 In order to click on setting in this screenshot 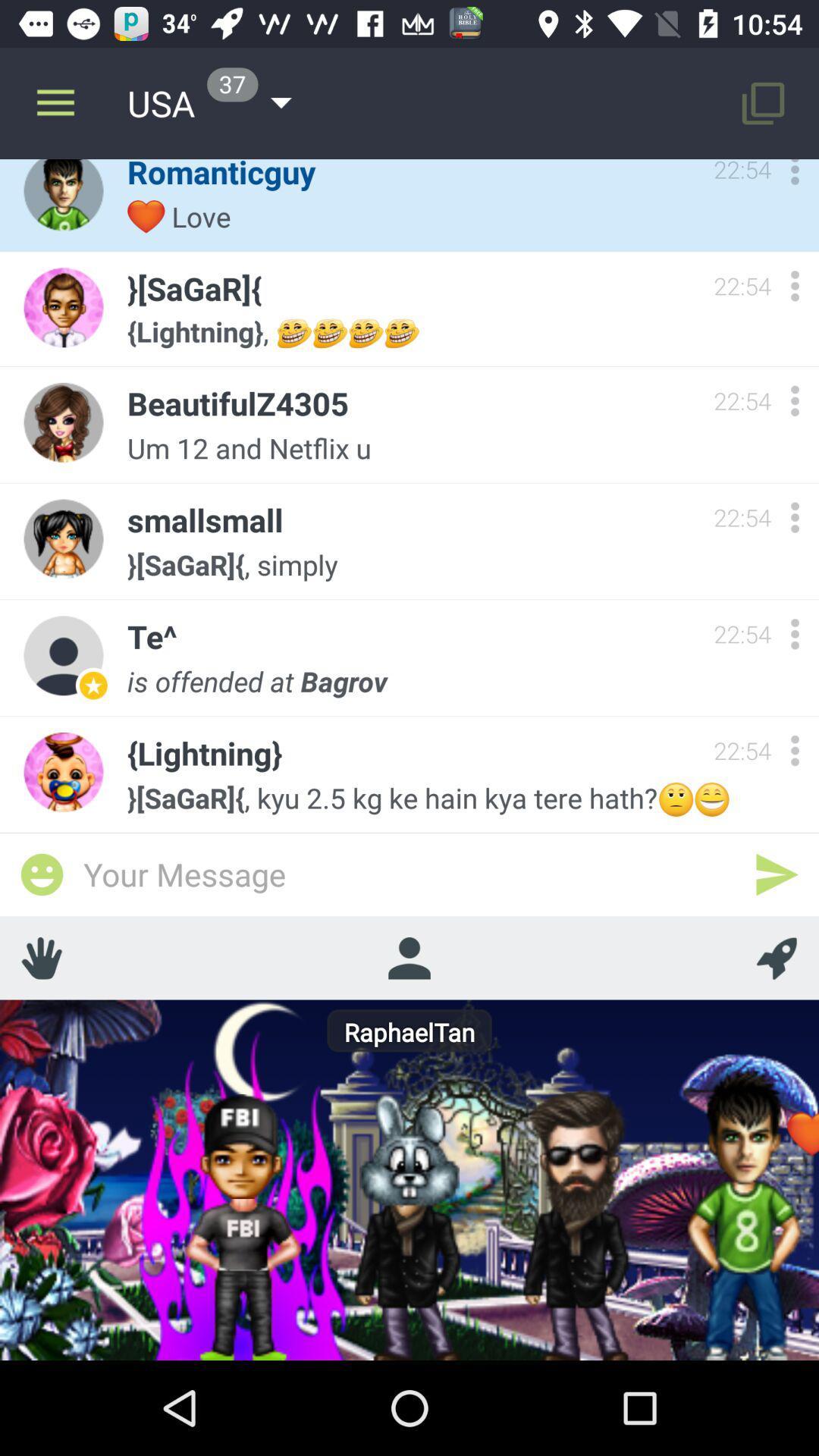, I will do `click(794, 634)`.